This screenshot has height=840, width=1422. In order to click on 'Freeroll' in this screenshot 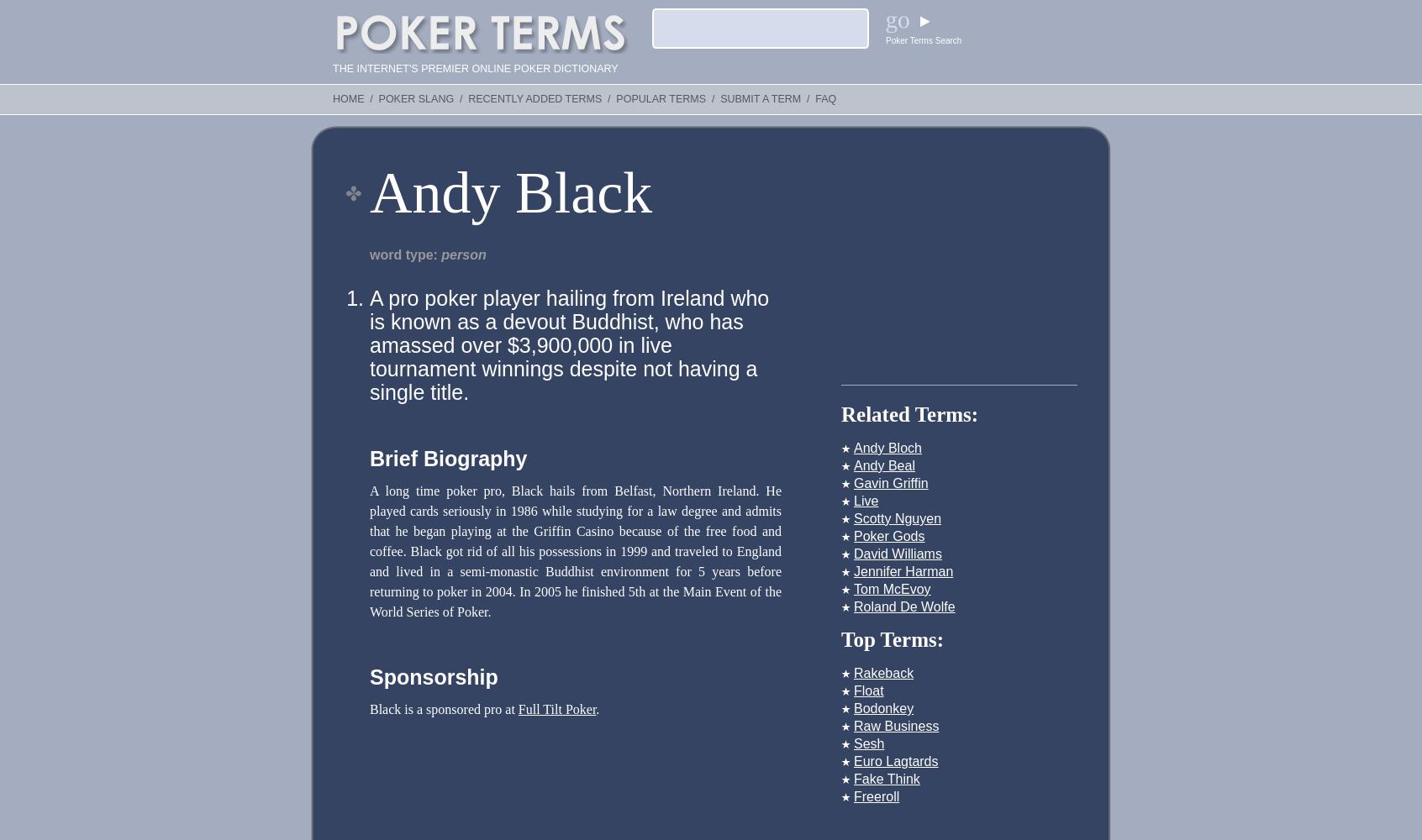, I will do `click(875, 795)`.